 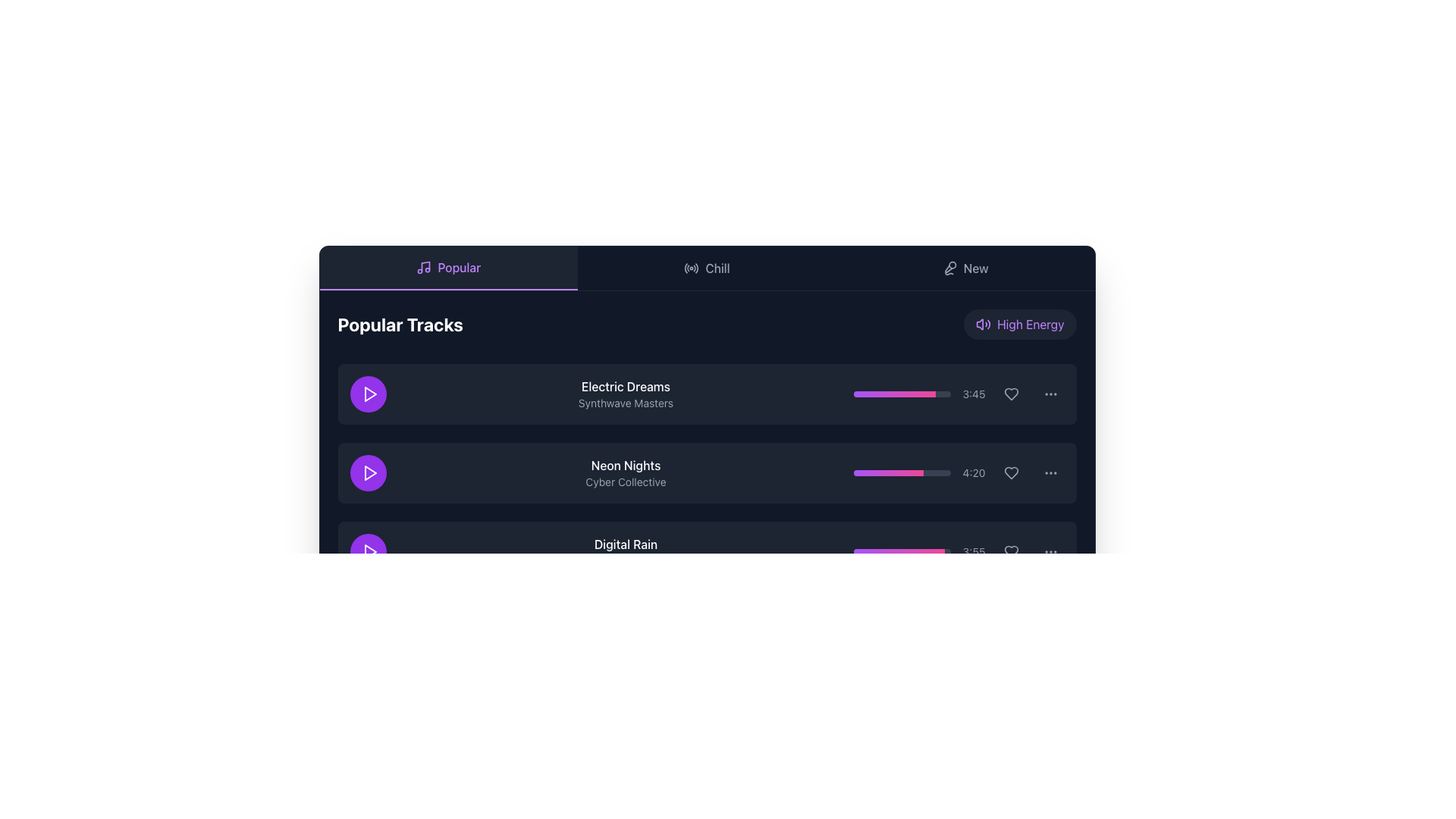 What do you see at coordinates (906, 472) in the screenshot?
I see `progress` at bounding box center [906, 472].